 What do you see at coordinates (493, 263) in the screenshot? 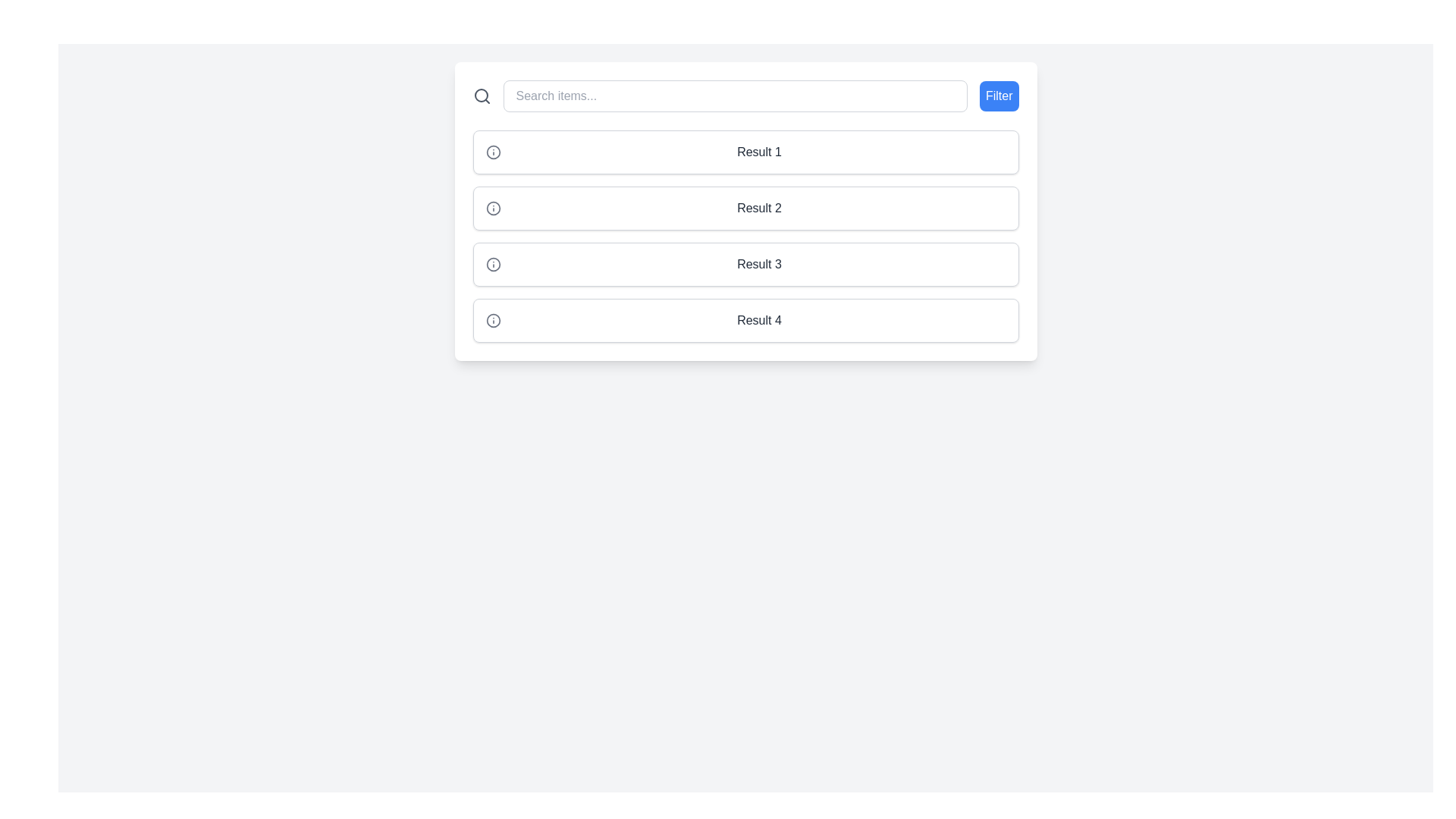
I see `the SVG circle that is part of the information icon associated with 'Result 3', located in the third row of a vertically stacked list of results` at bounding box center [493, 263].